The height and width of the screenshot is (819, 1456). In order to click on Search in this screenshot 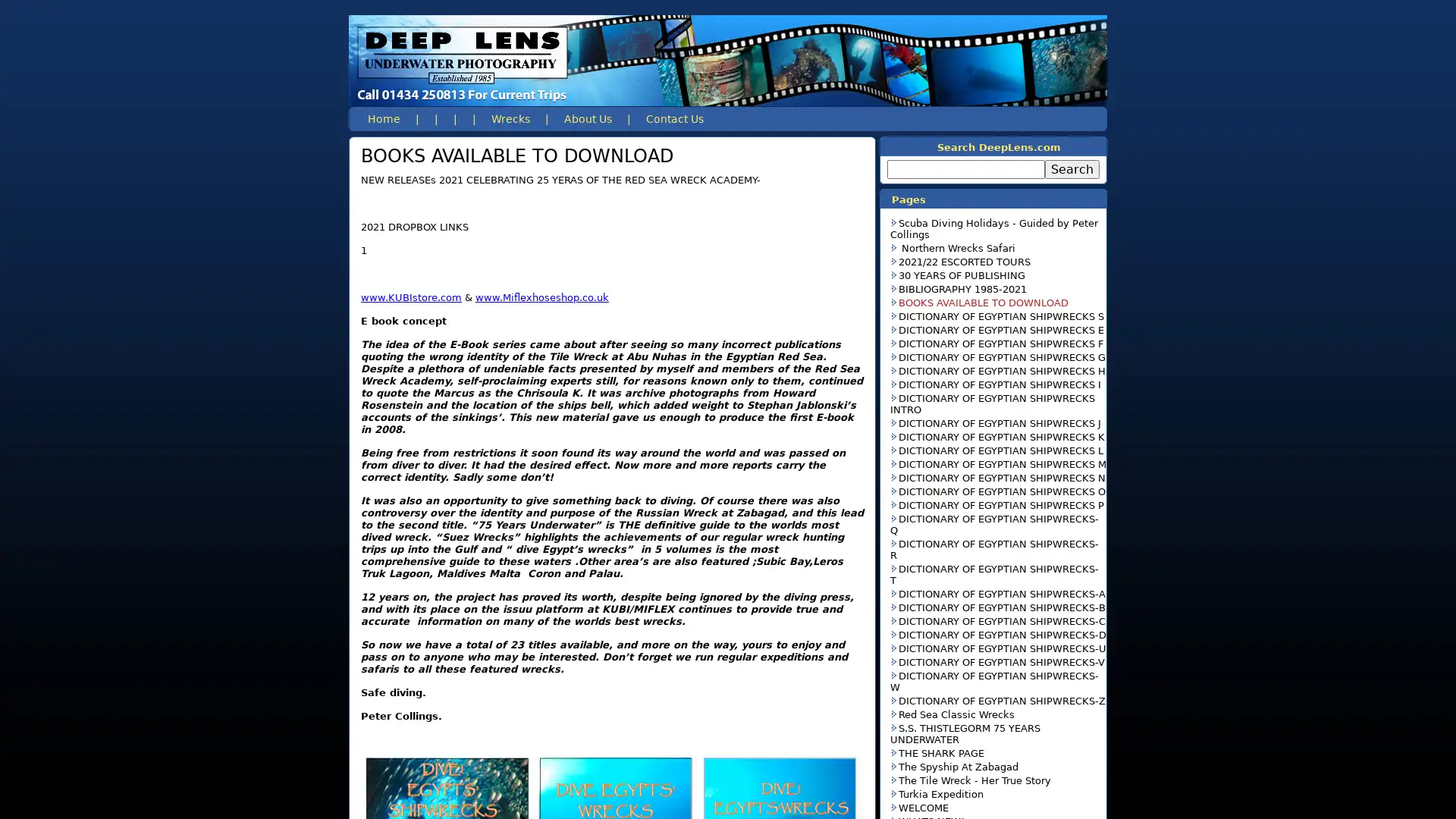, I will do `click(1072, 169)`.